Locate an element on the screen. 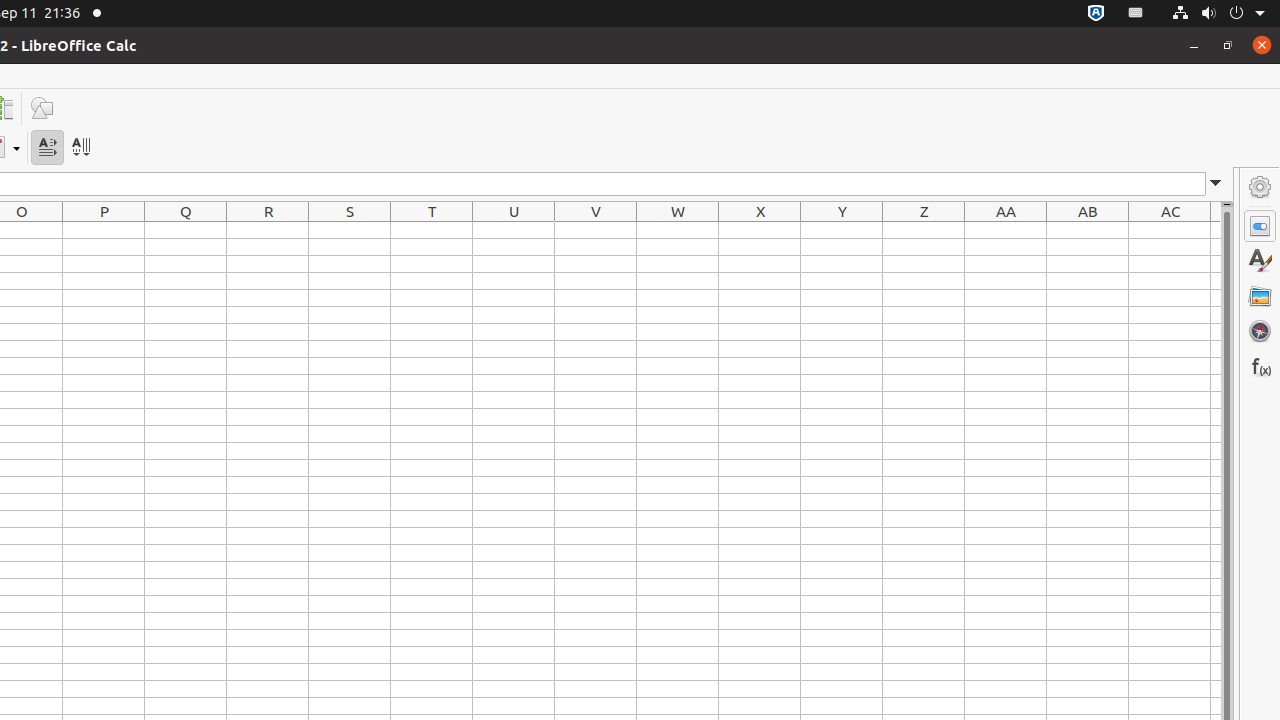 The height and width of the screenshot is (720, 1280). 'Z1' is located at coordinates (923, 229).